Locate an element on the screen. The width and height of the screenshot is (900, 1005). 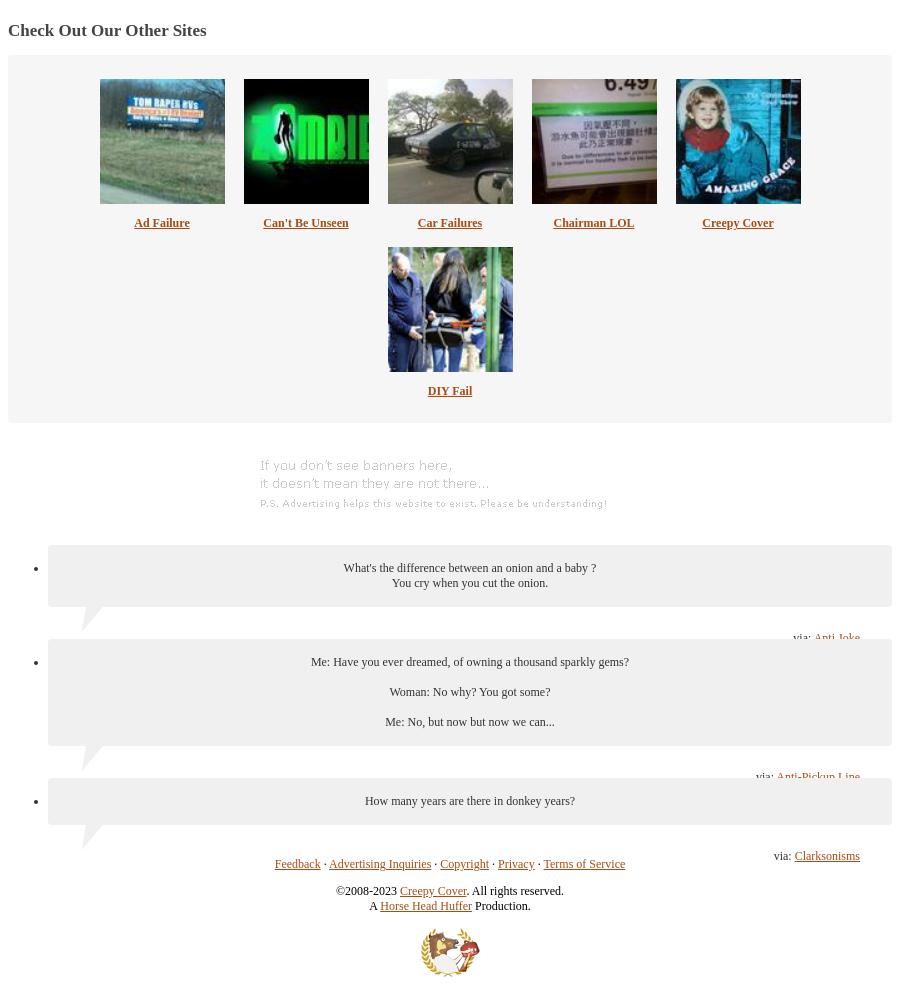
'What's the difference between an onion and a baby ?' is located at coordinates (468, 566).